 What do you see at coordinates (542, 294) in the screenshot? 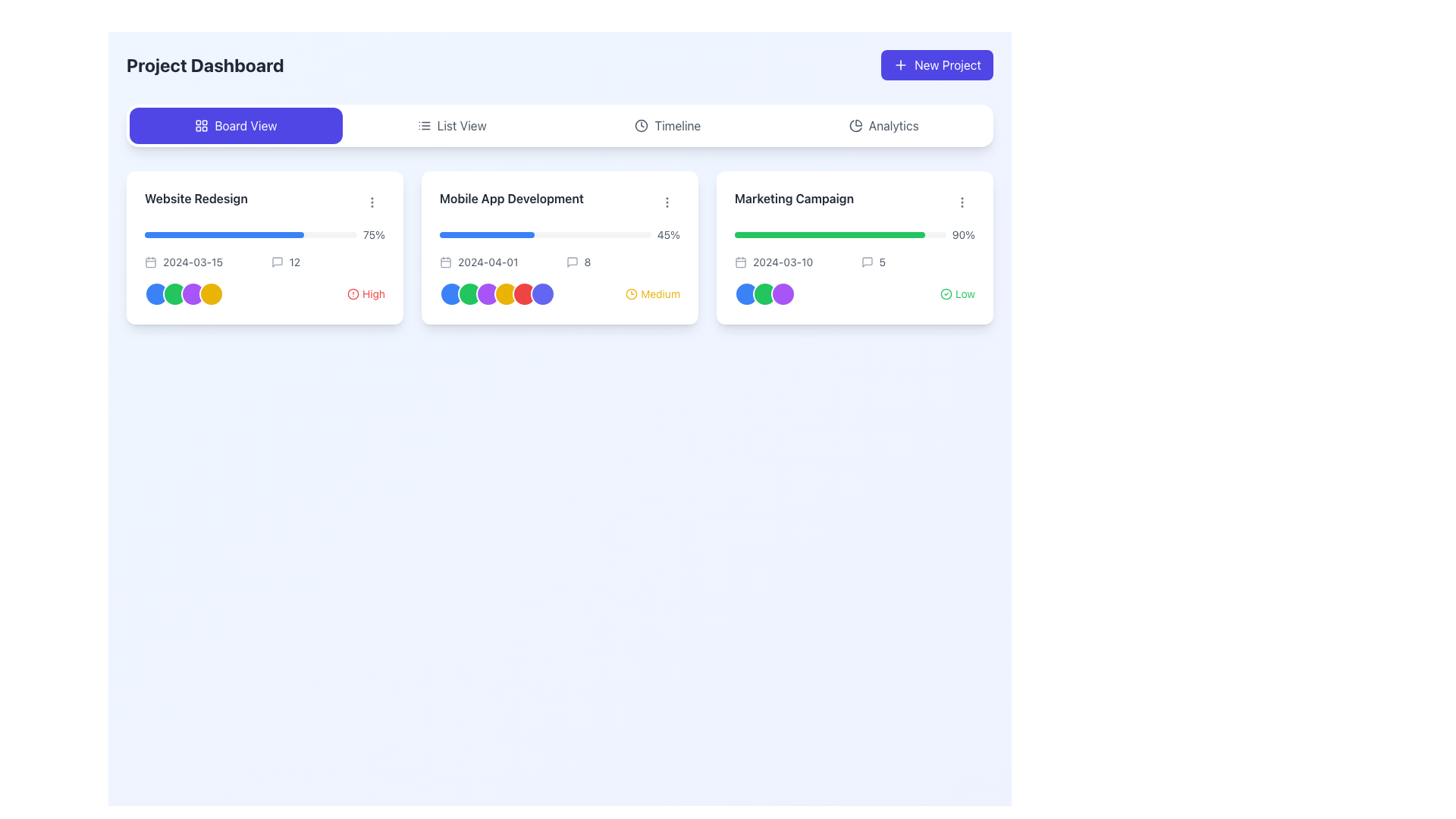
I see `the sixth circular visual indicator with a solid indigo color and a white border located at the bottom of the 'Mobile App Development' card` at bounding box center [542, 294].